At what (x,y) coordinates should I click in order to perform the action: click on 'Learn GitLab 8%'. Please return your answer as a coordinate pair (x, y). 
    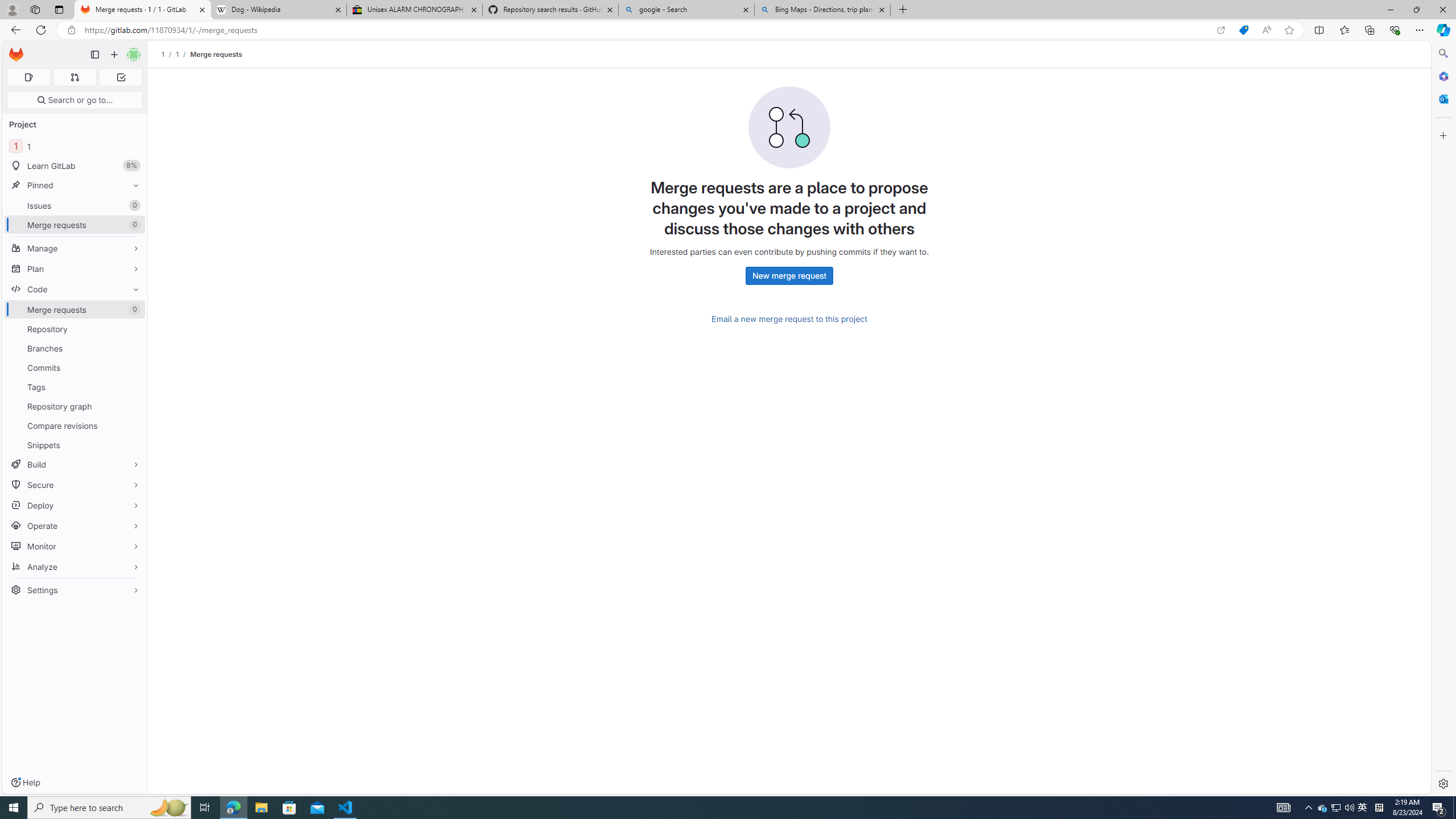
    Looking at the image, I should click on (74, 166).